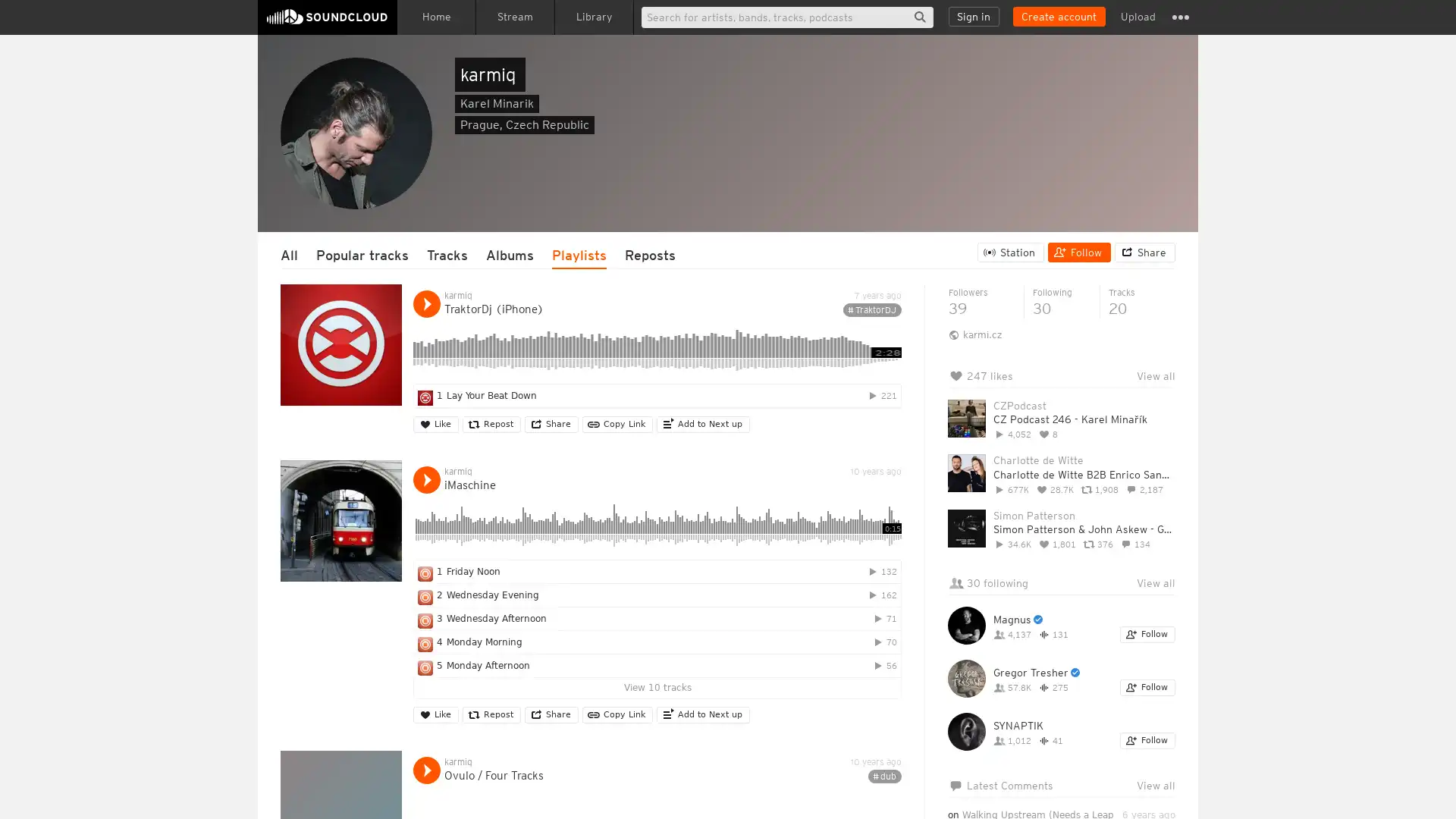 Image resolution: width=1456 pixels, height=819 pixels. I want to click on Add to Next up, so click(702, 424).